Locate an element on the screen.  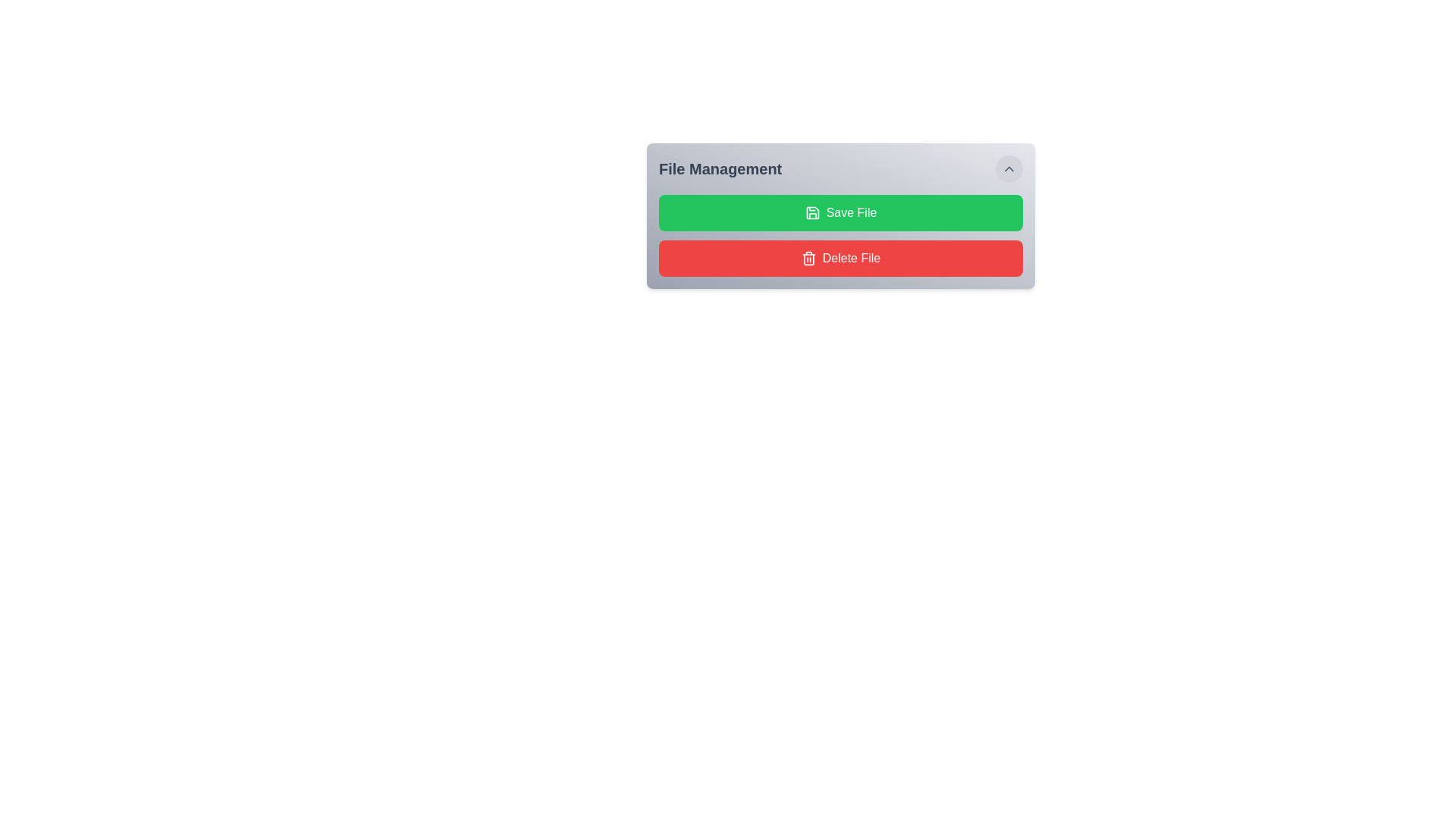
the text label that indicates the functionality of the 'Save File' button, which is located to the right of the floppy disk icon within the button is located at coordinates (852, 213).